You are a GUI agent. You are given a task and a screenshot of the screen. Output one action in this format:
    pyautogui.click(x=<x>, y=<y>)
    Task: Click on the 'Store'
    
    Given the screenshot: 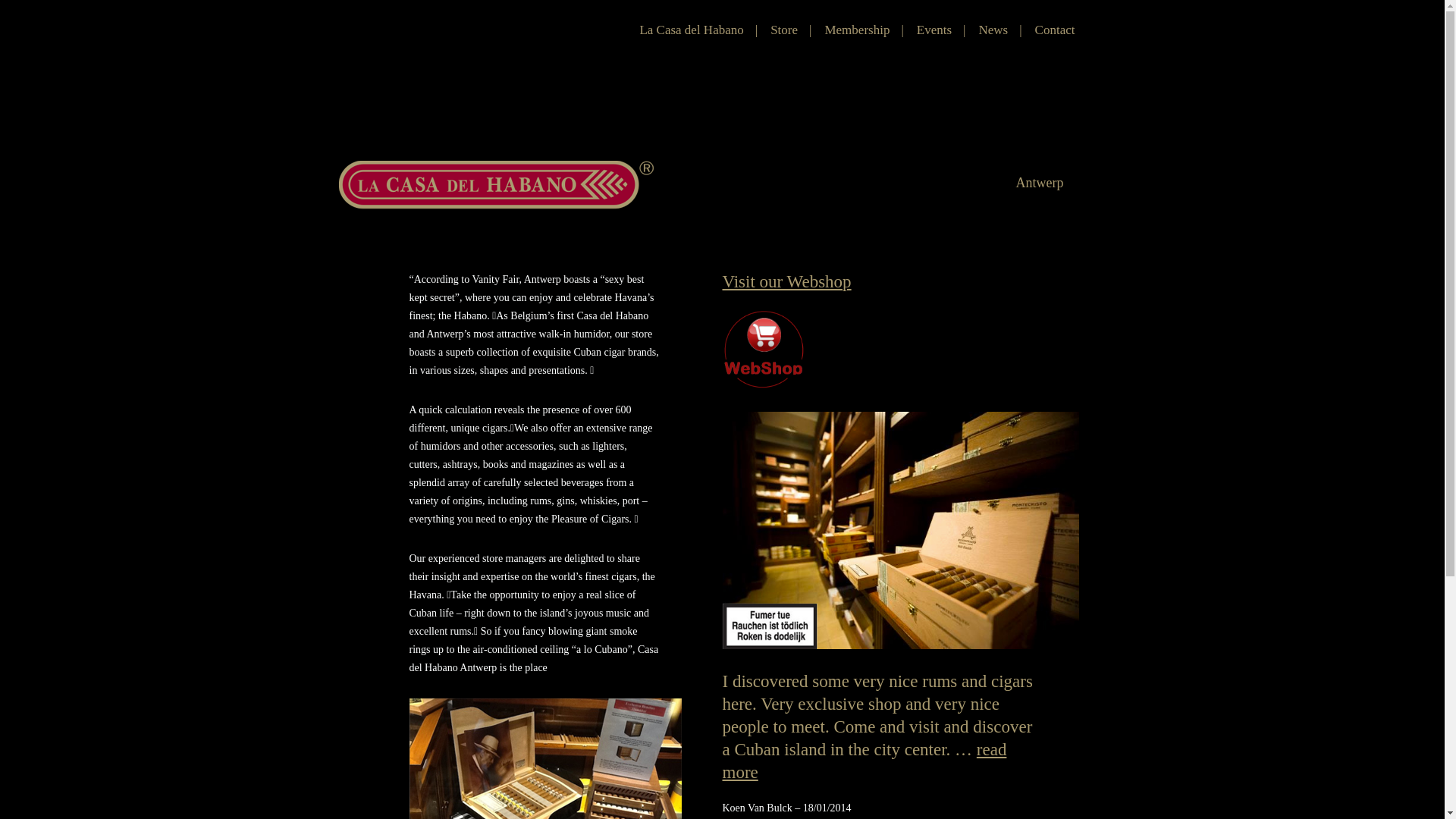 What is the action you would take?
    pyautogui.click(x=783, y=30)
    